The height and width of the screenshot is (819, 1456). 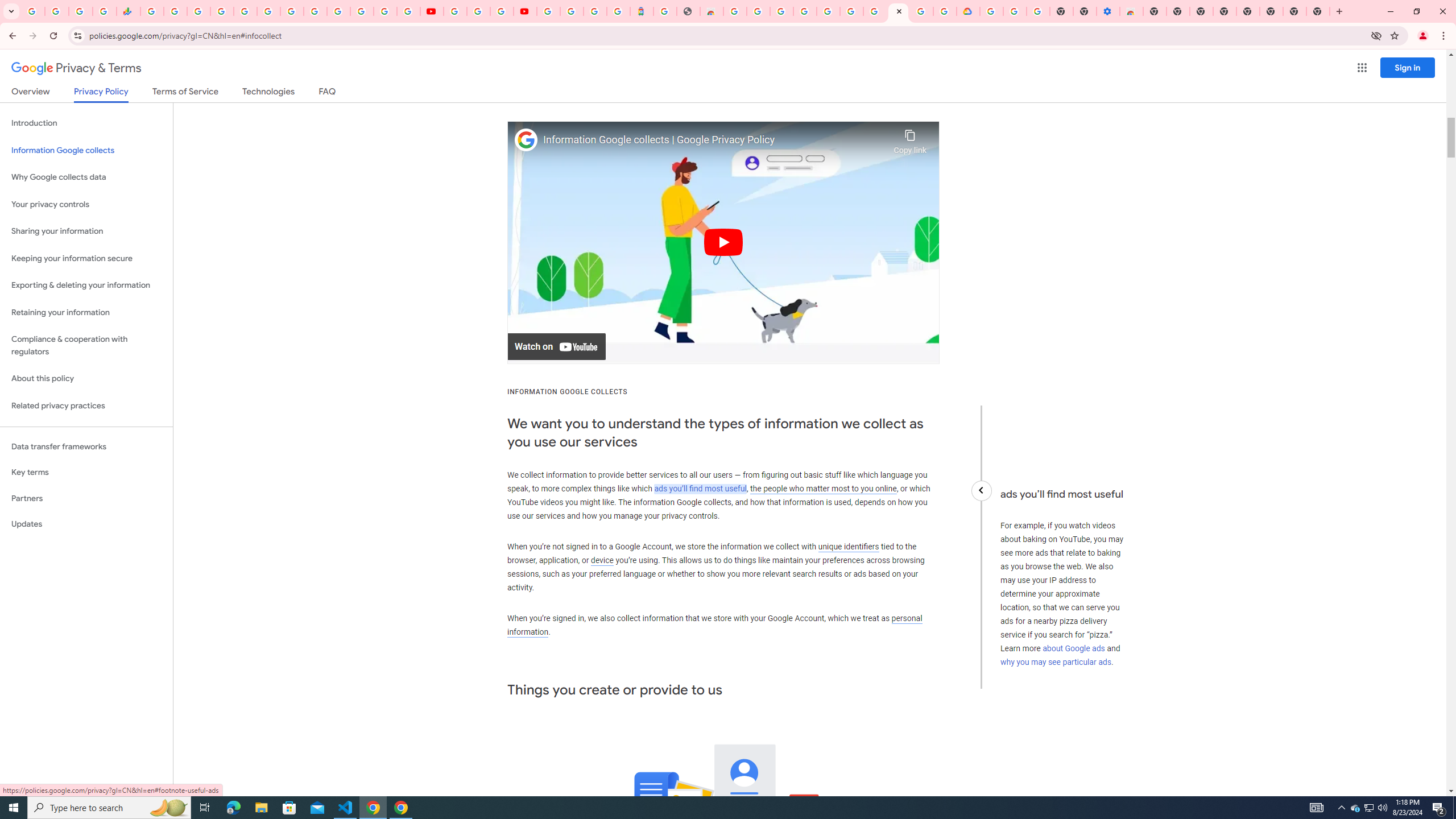 I want to click on 'Photo image of Google', so click(x=526, y=139).